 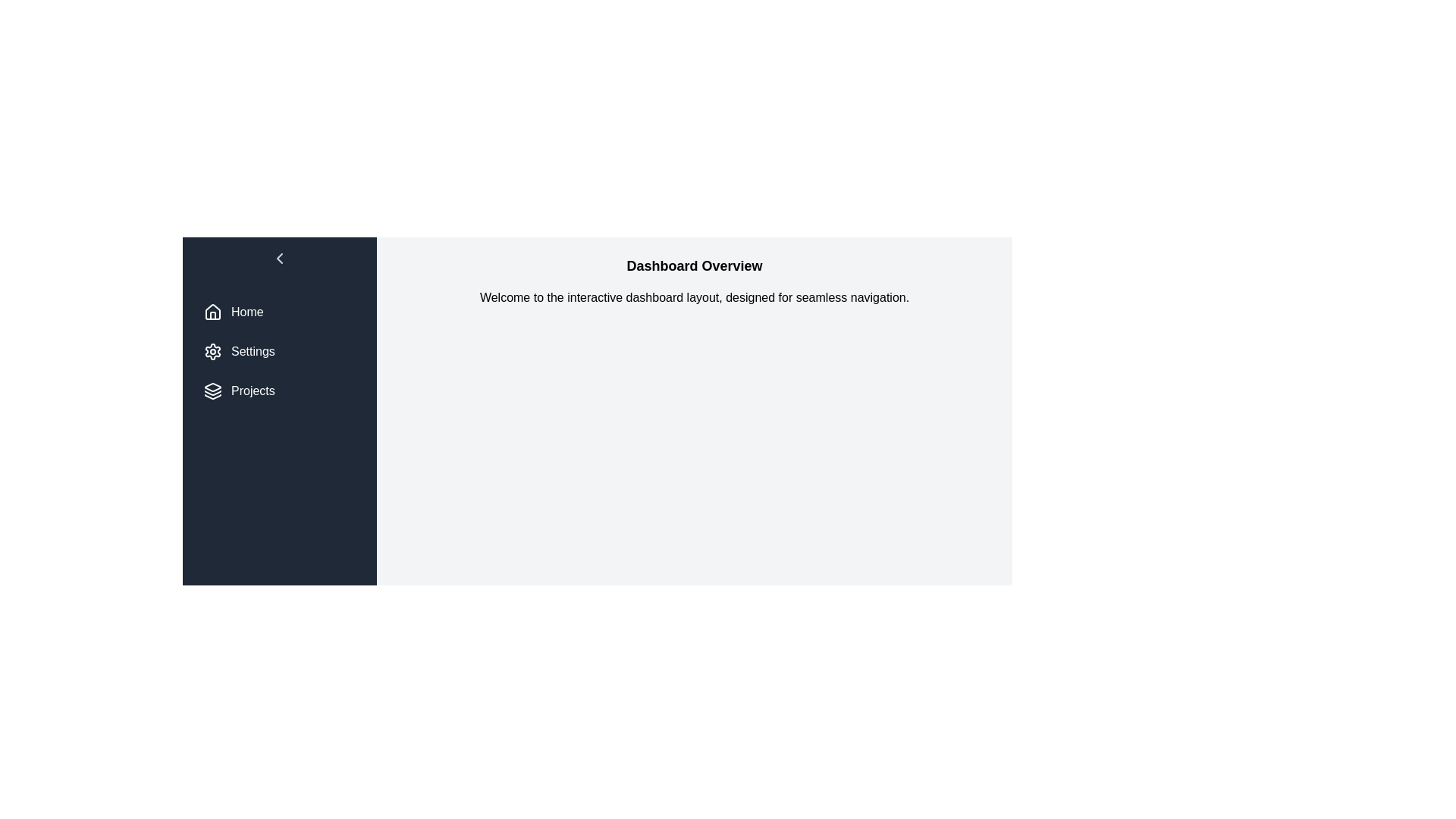 I want to click on the settings button located in the vertical navigation menu, which is the second item below 'Home' and above 'Projects', so click(x=280, y=351).